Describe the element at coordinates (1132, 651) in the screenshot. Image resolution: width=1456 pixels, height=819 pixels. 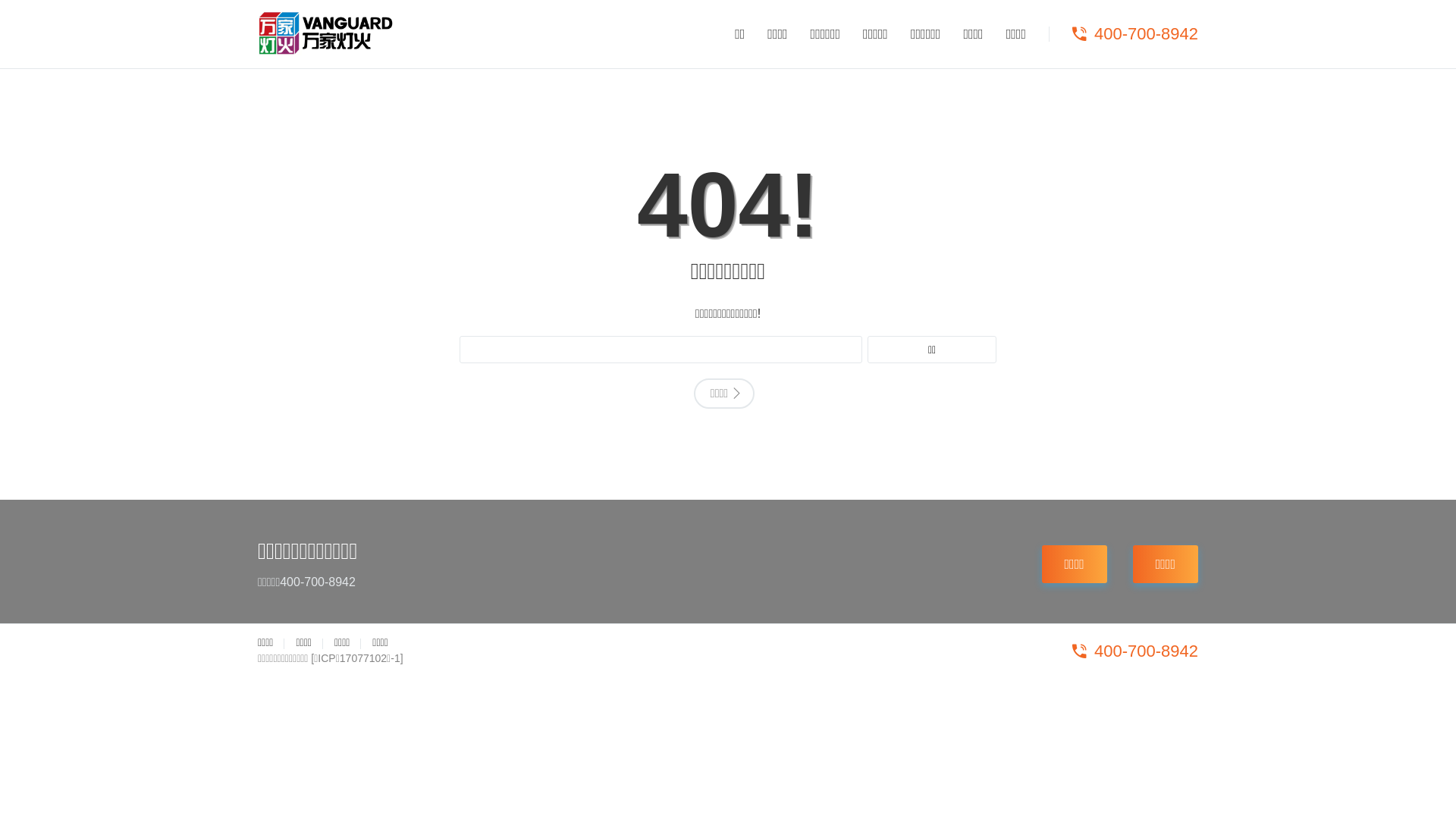
I see `'400-700-8942'` at that location.